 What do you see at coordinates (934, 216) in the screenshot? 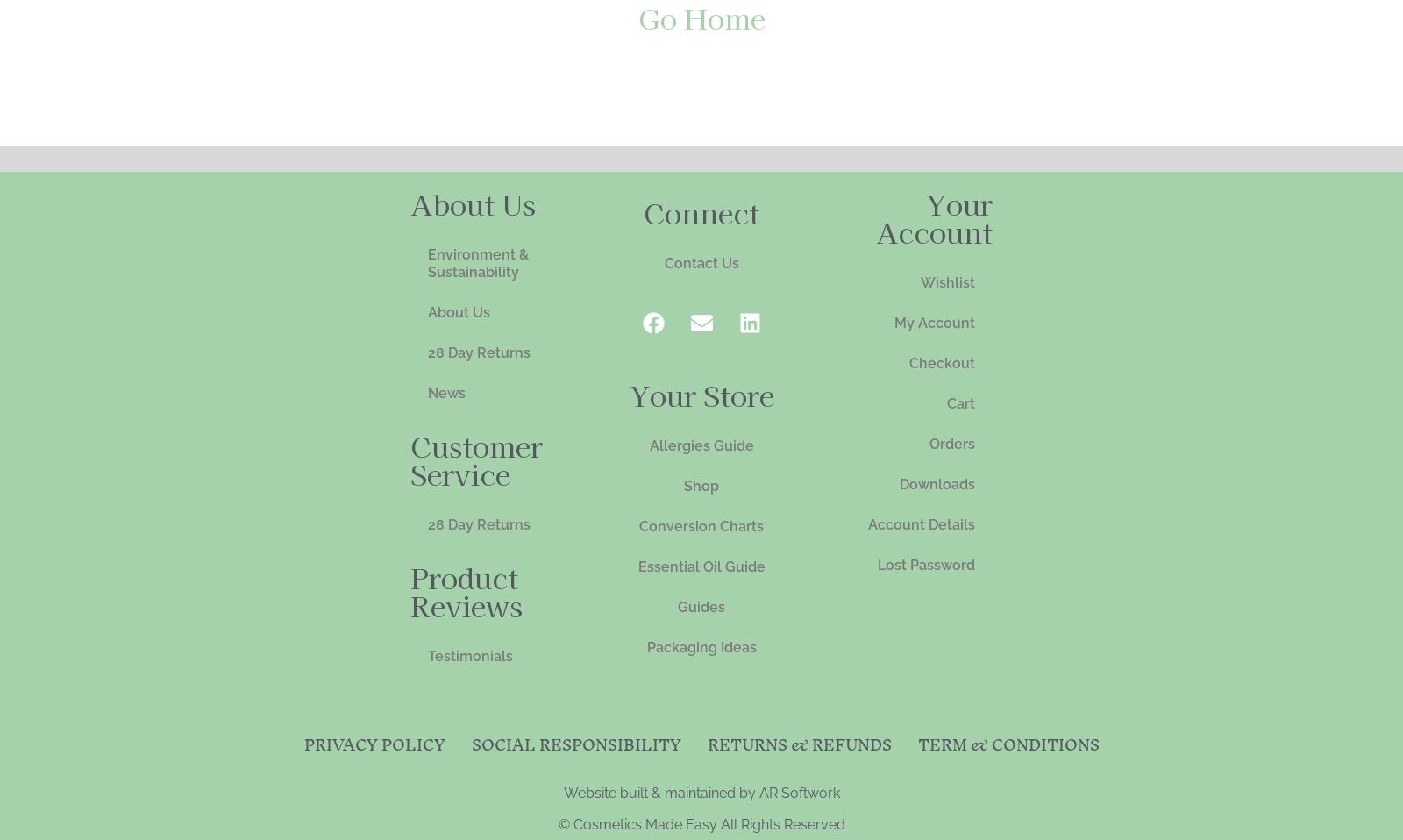
I see `'Your Account'` at bounding box center [934, 216].